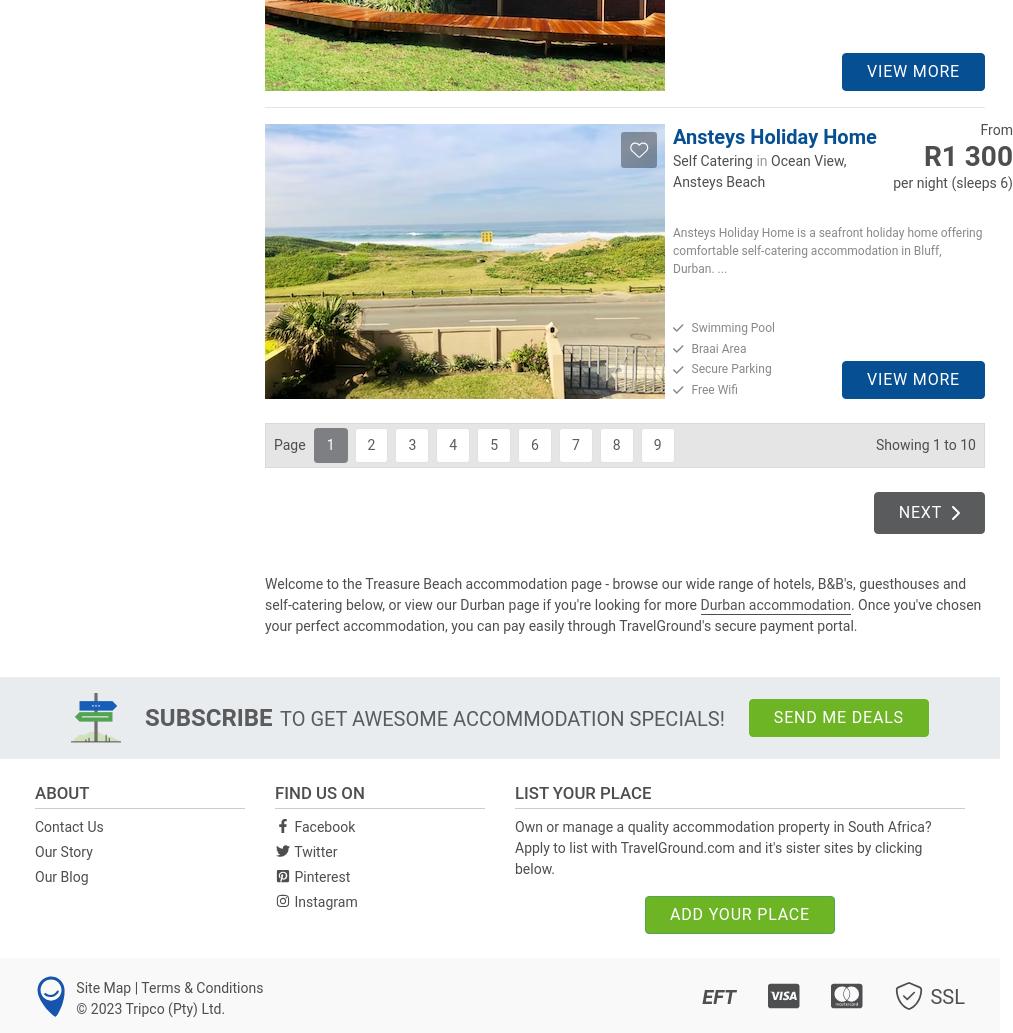  I want to click on 'Our Blog', so click(60, 874).